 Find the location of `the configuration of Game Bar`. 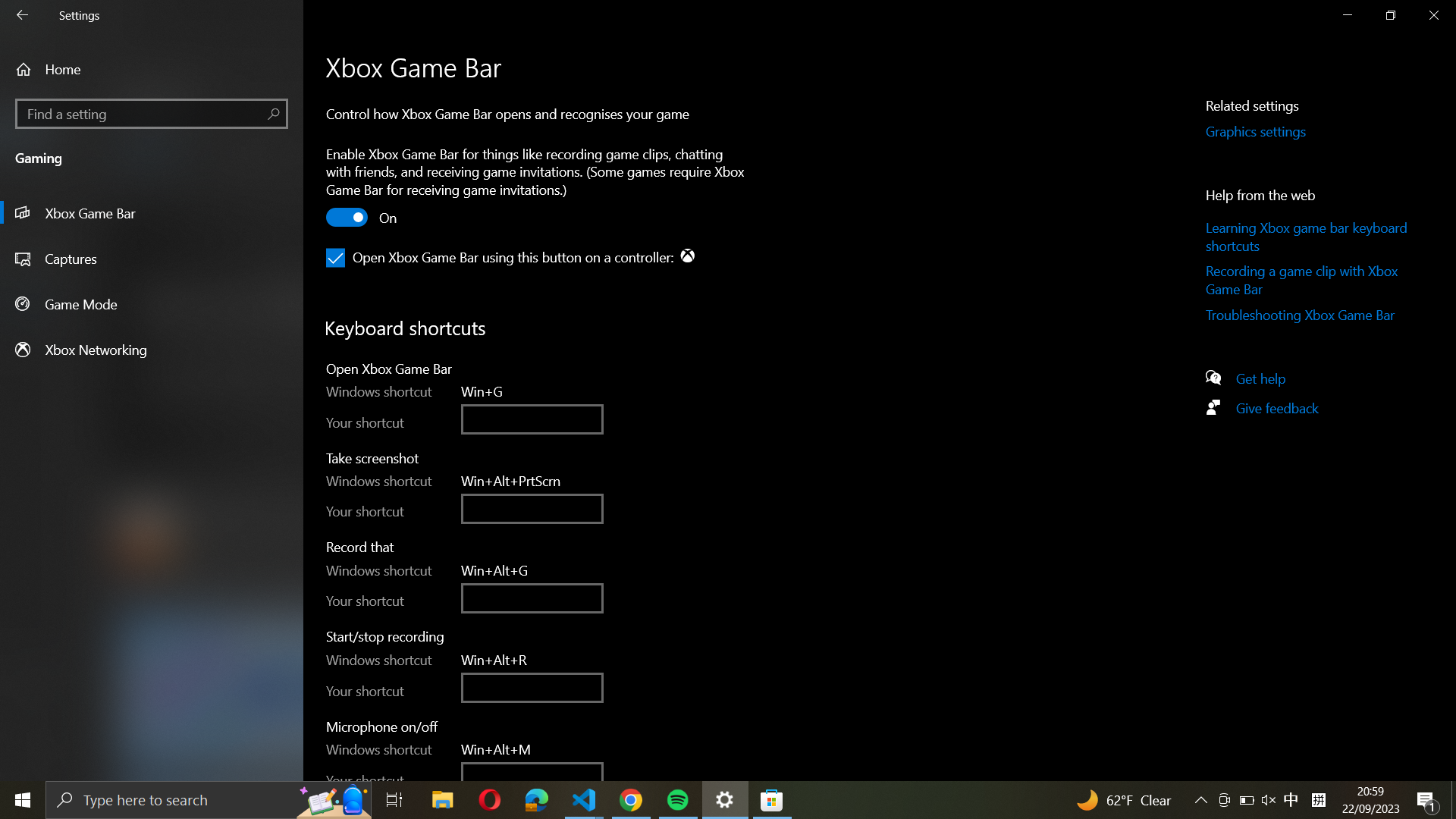

the configuration of Game Bar is located at coordinates (150, 213).